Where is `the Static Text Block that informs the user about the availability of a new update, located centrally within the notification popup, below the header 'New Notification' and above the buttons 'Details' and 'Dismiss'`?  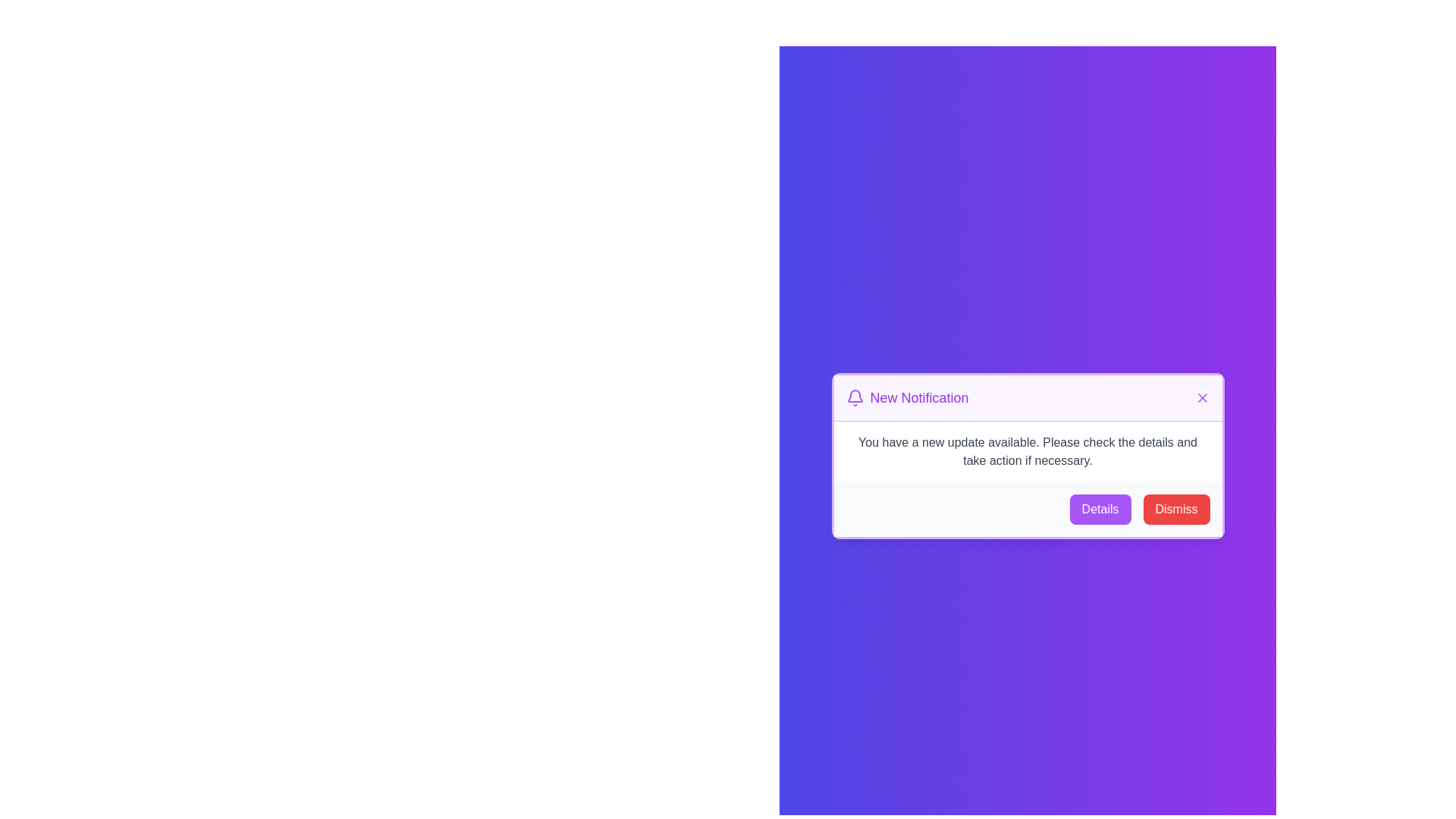
the Static Text Block that informs the user about the availability of a new update, located centrally within the notification popup, below the header 'New Notification' and above the buttons 'Details' and 'Dismiss' is located at coordinates (1028, 450).